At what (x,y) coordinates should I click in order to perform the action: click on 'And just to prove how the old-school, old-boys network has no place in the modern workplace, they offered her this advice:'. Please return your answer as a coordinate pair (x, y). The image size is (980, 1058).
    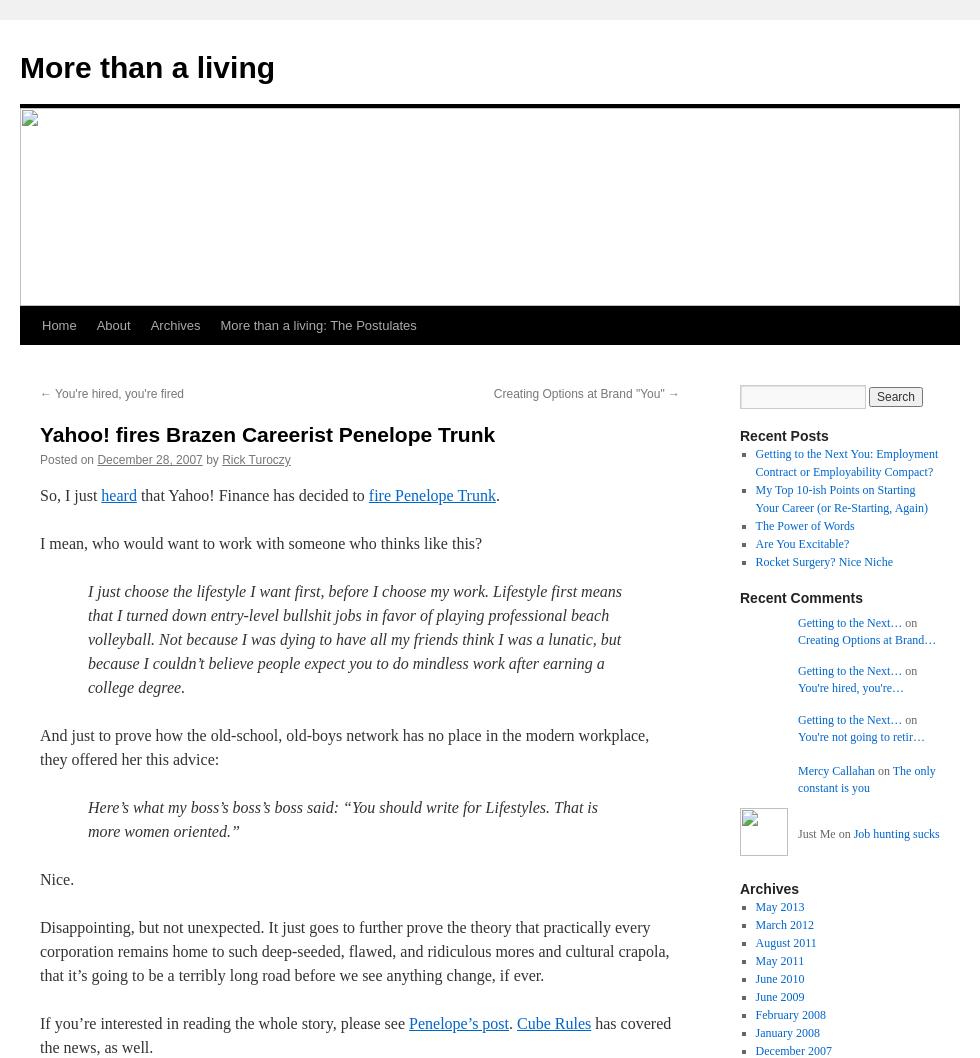
    Looking at the image, I should click on (39, 747).